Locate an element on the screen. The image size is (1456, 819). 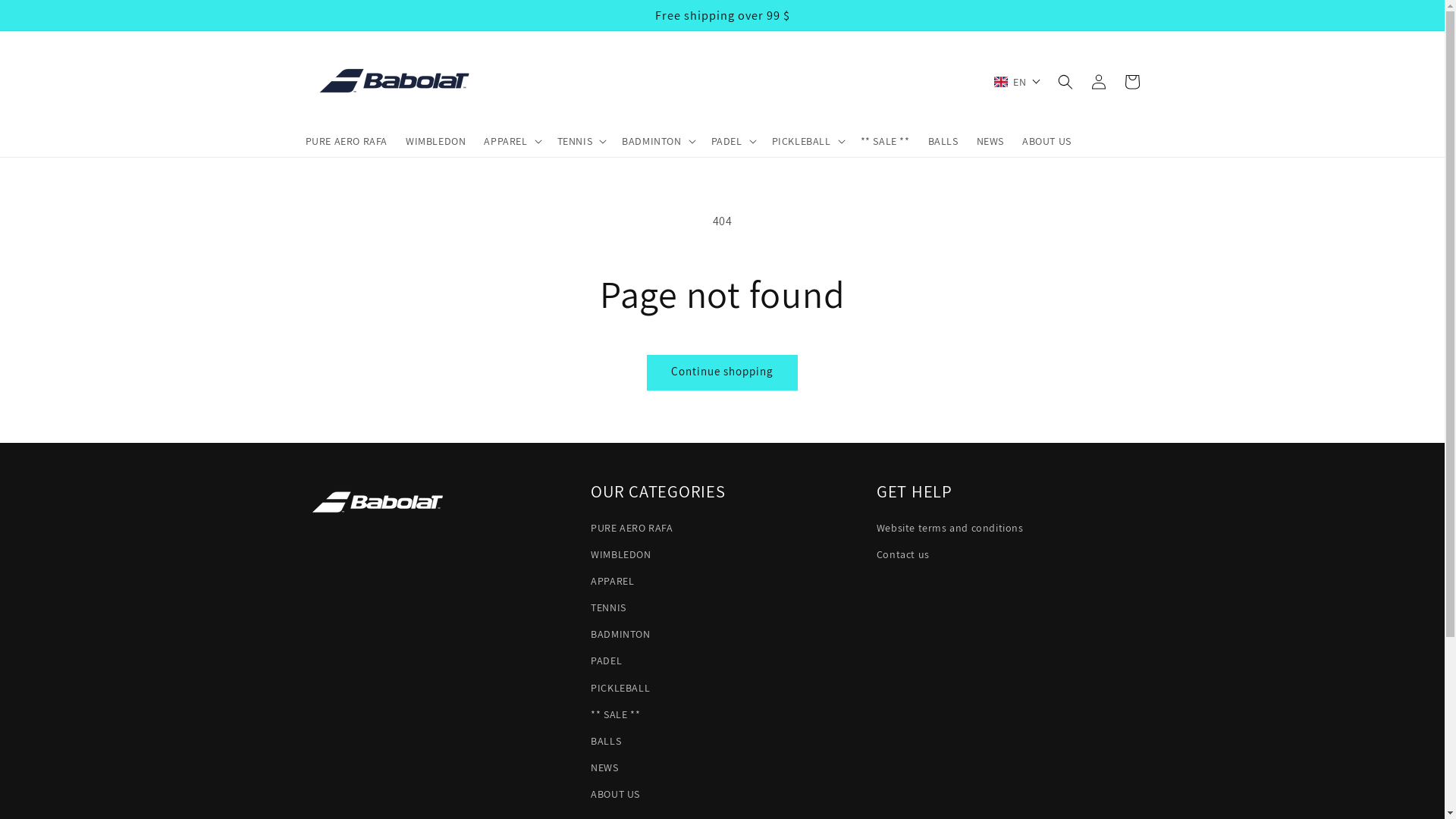
'ABOUT US' is located at coordinates (1046, 140).